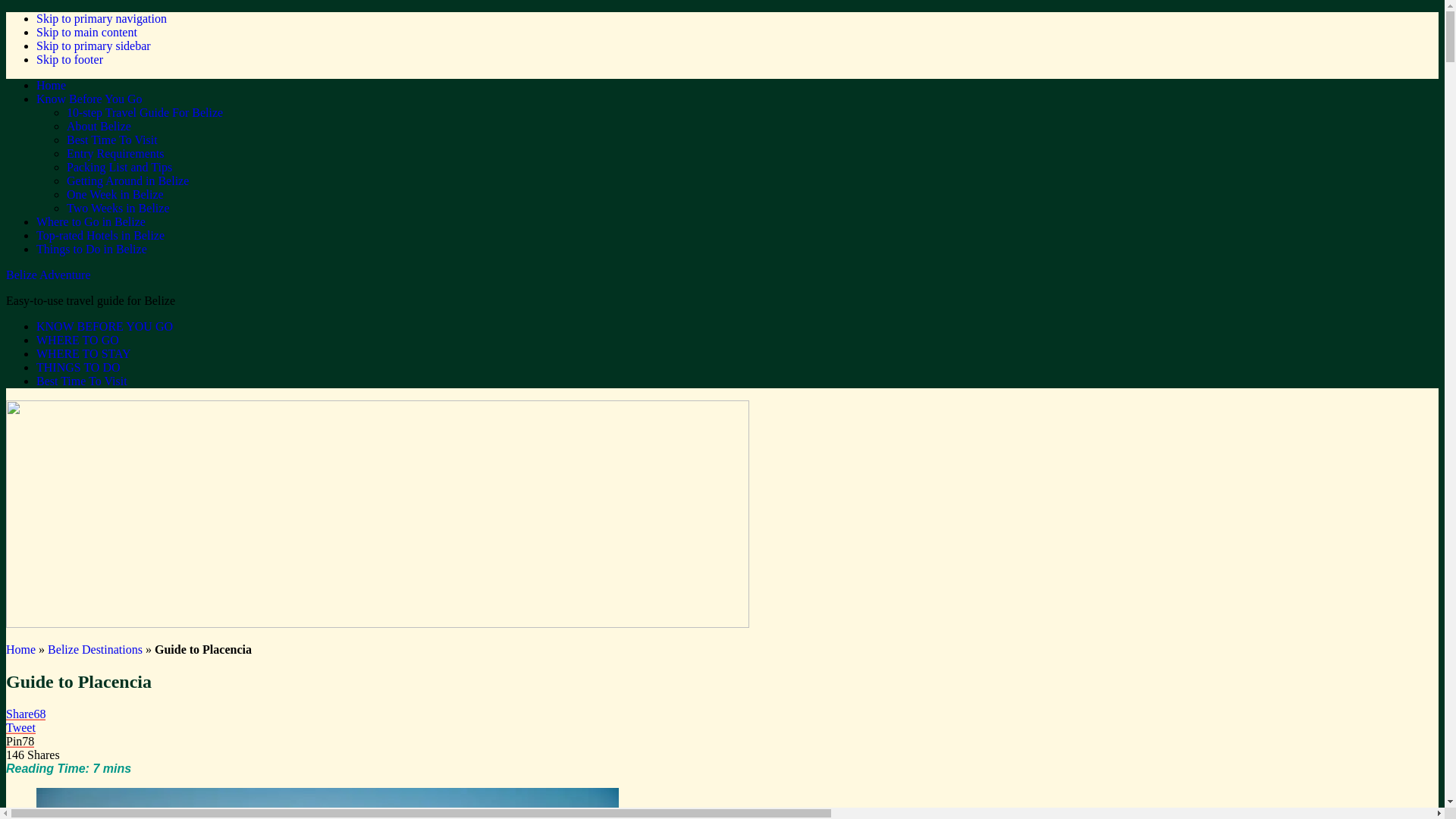  Describe the element at coordinates (83, 353) in the screenshot. I see `'WHERE TO STAY'` at that location.